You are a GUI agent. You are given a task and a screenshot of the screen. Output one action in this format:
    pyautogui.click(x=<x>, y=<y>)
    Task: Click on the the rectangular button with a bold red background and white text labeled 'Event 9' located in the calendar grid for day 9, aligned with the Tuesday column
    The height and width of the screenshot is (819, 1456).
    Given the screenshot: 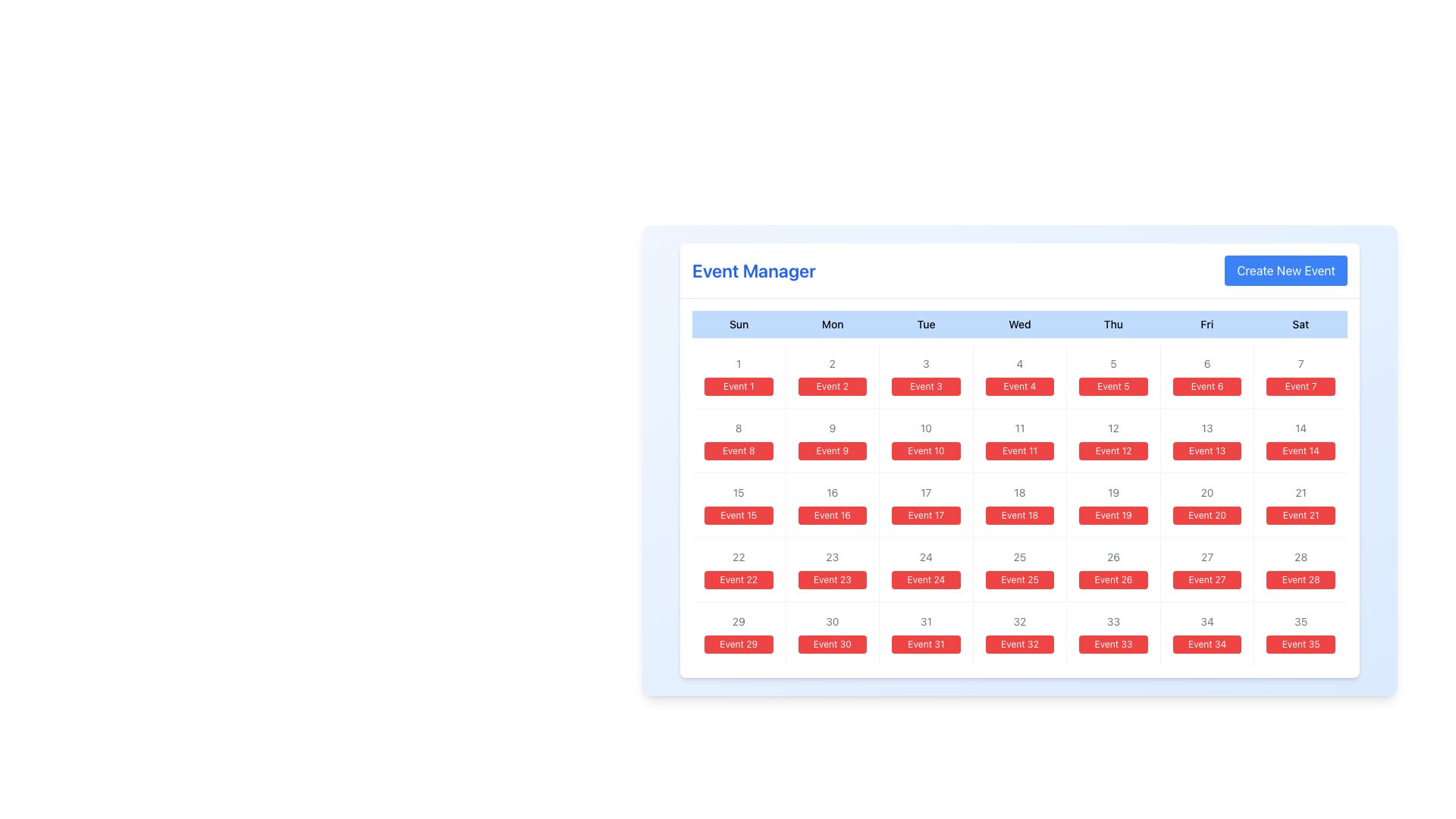 What is the action you would take?
    pyautogui.click(x=831, y=450)
    